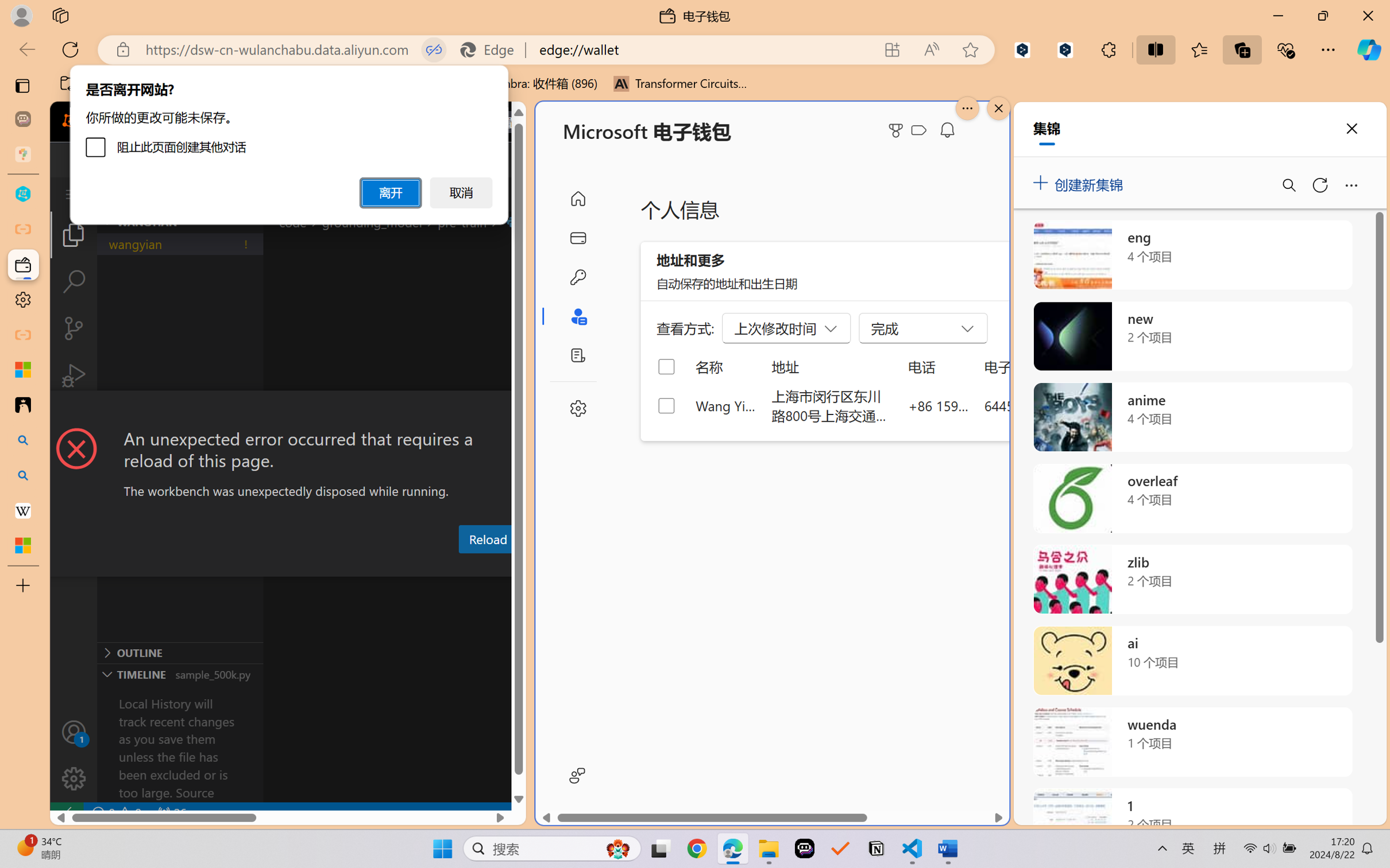 The height and width of the screenshot is (868, 1390). I want to click on 'Microsoft Rewards', so click(898, 130).